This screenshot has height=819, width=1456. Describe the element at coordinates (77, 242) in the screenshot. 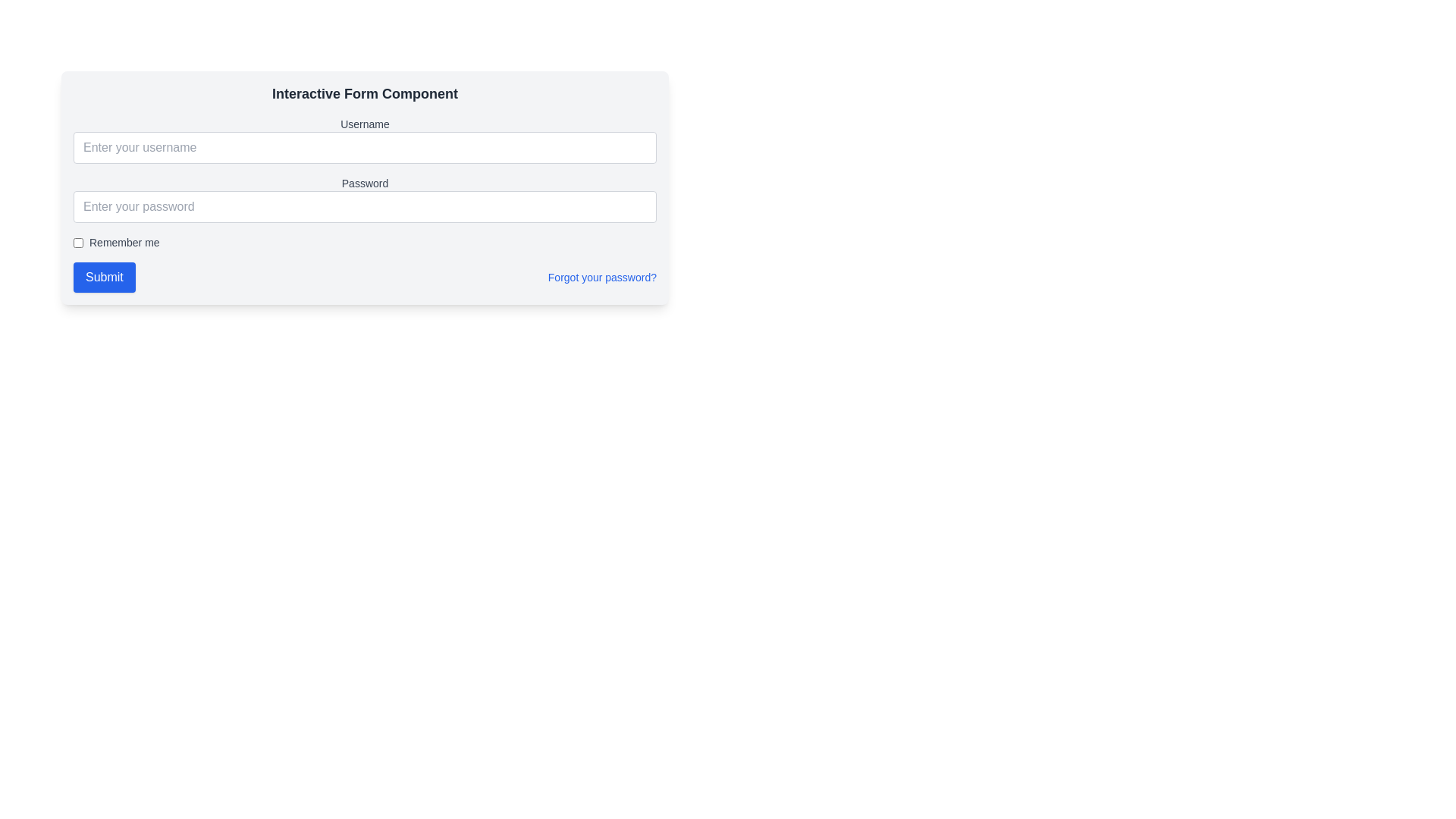

I see `the 'Remember me' checkbox located to the left of the 'Remember me' text` at that location.